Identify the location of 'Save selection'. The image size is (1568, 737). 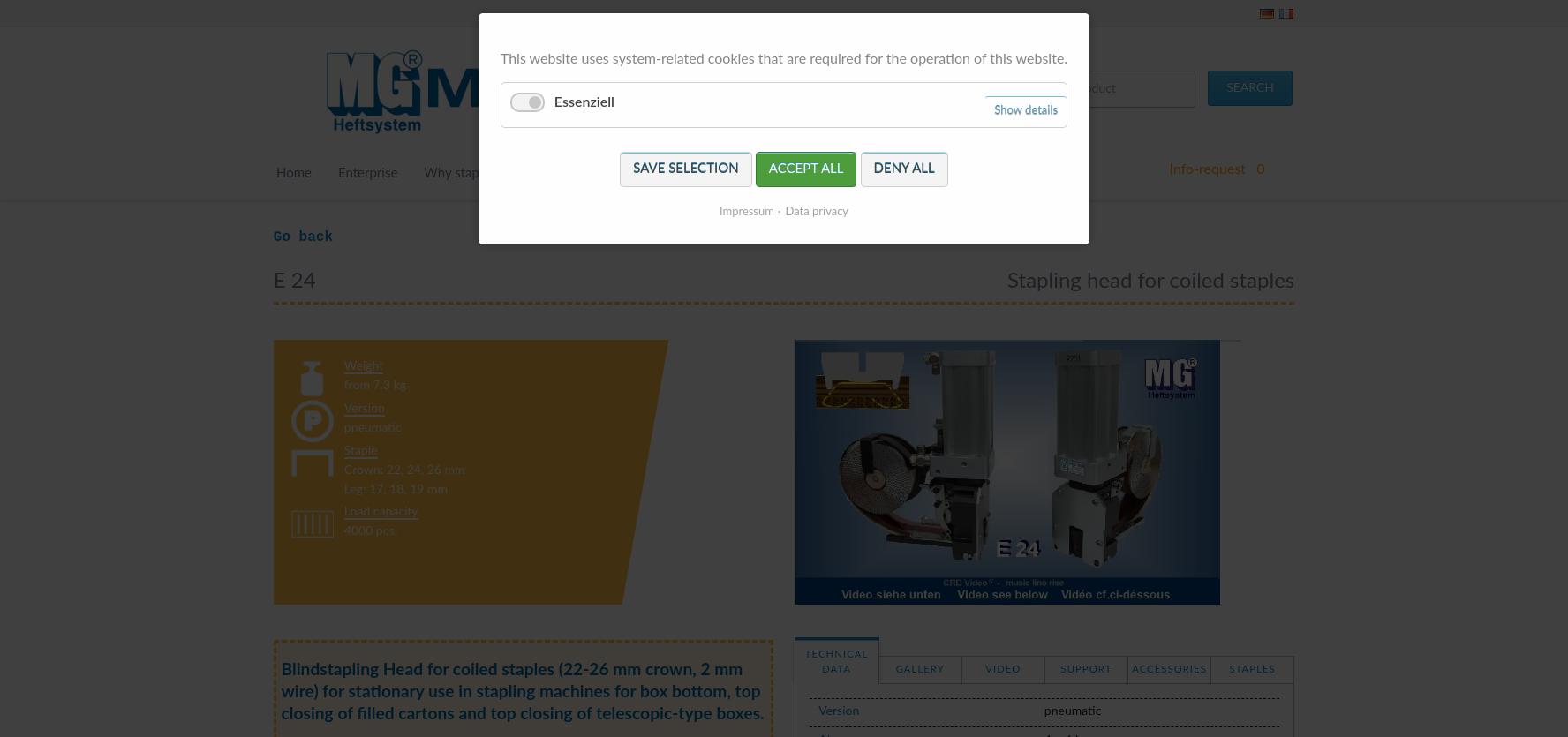
(684, 169).